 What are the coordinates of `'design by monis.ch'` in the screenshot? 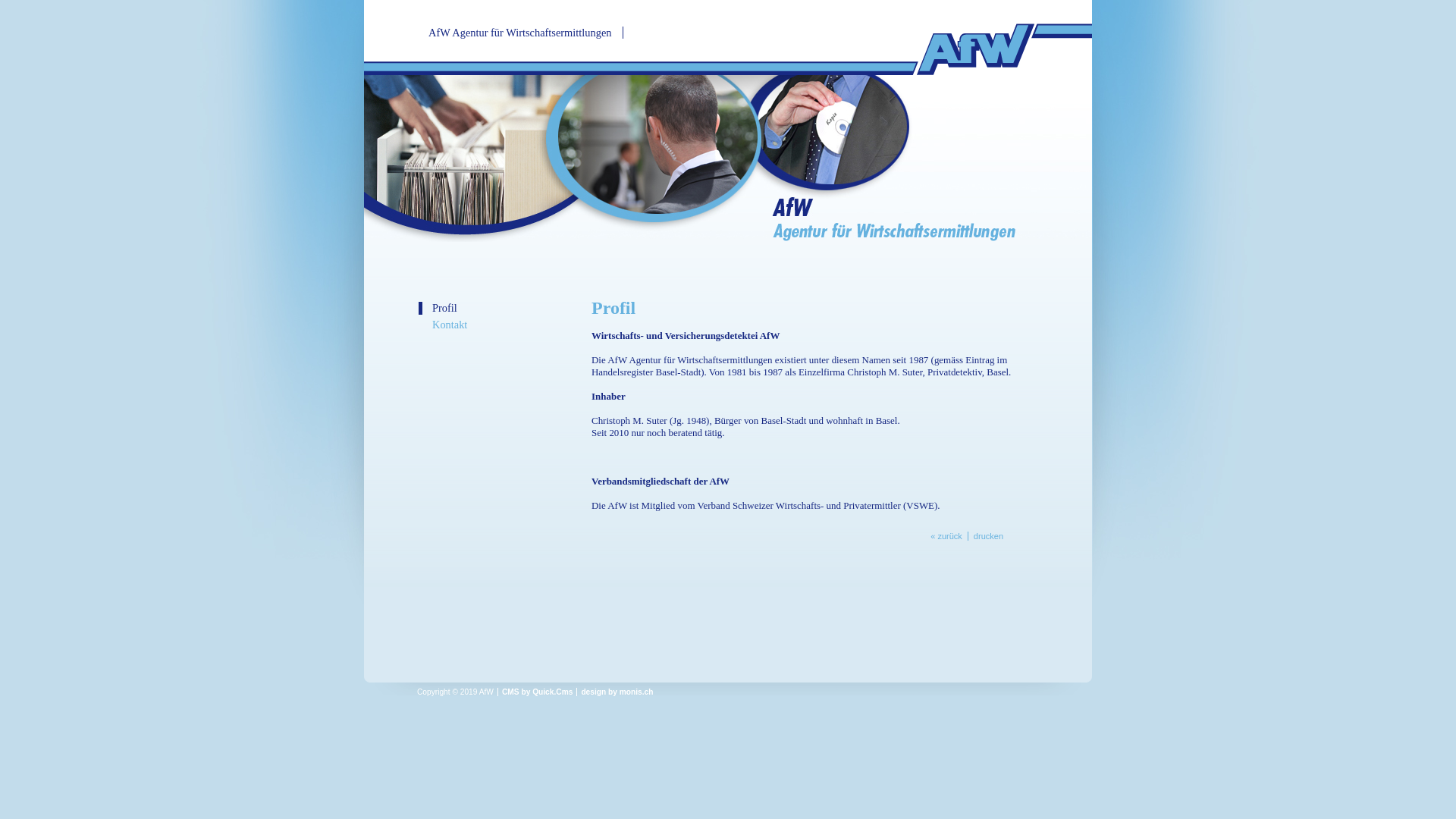 It's located at (617, 692).